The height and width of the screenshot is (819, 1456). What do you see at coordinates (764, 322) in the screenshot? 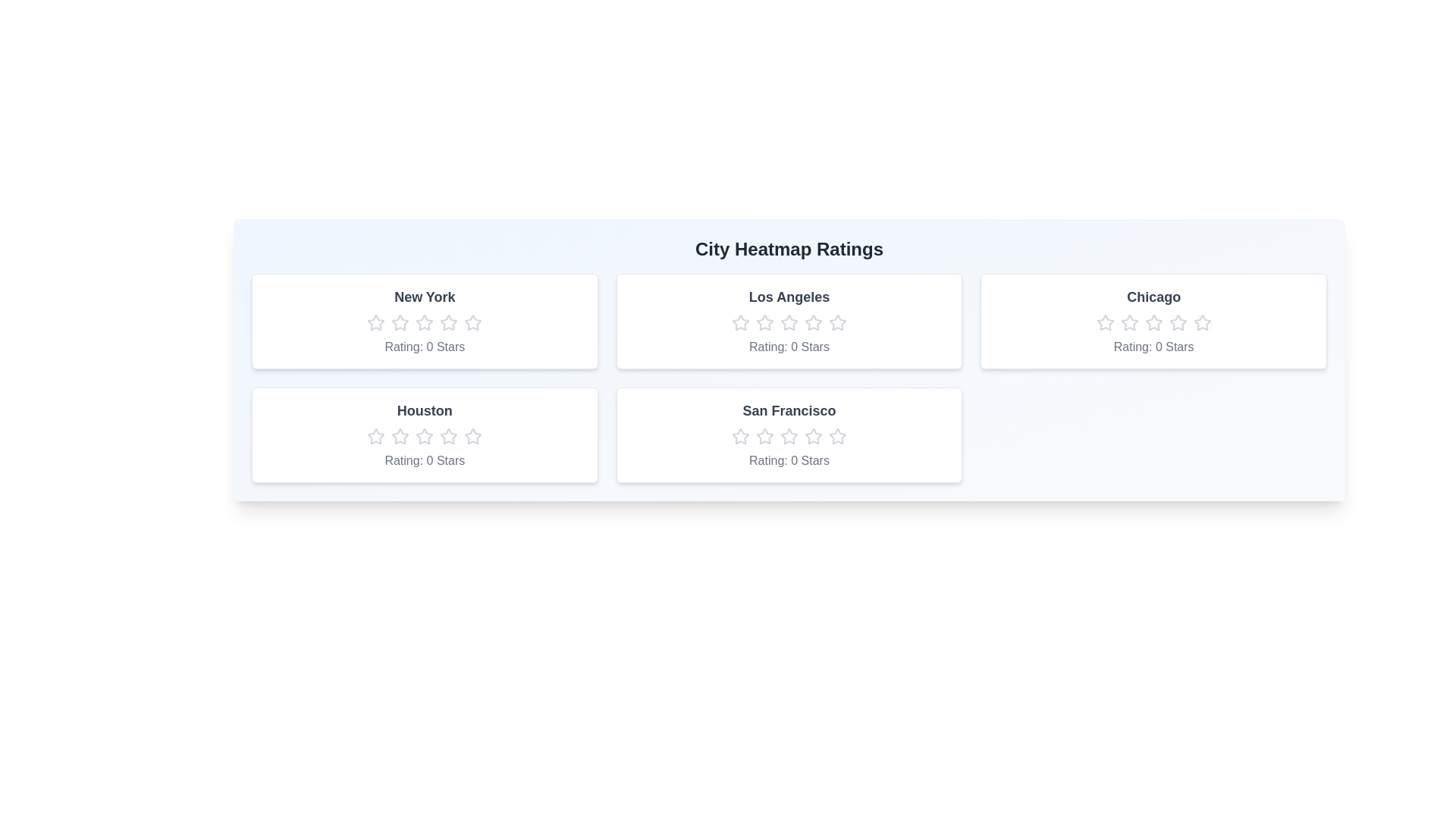
I see `the Los Angeles rating star number 2` at bounding box center [764, 322].